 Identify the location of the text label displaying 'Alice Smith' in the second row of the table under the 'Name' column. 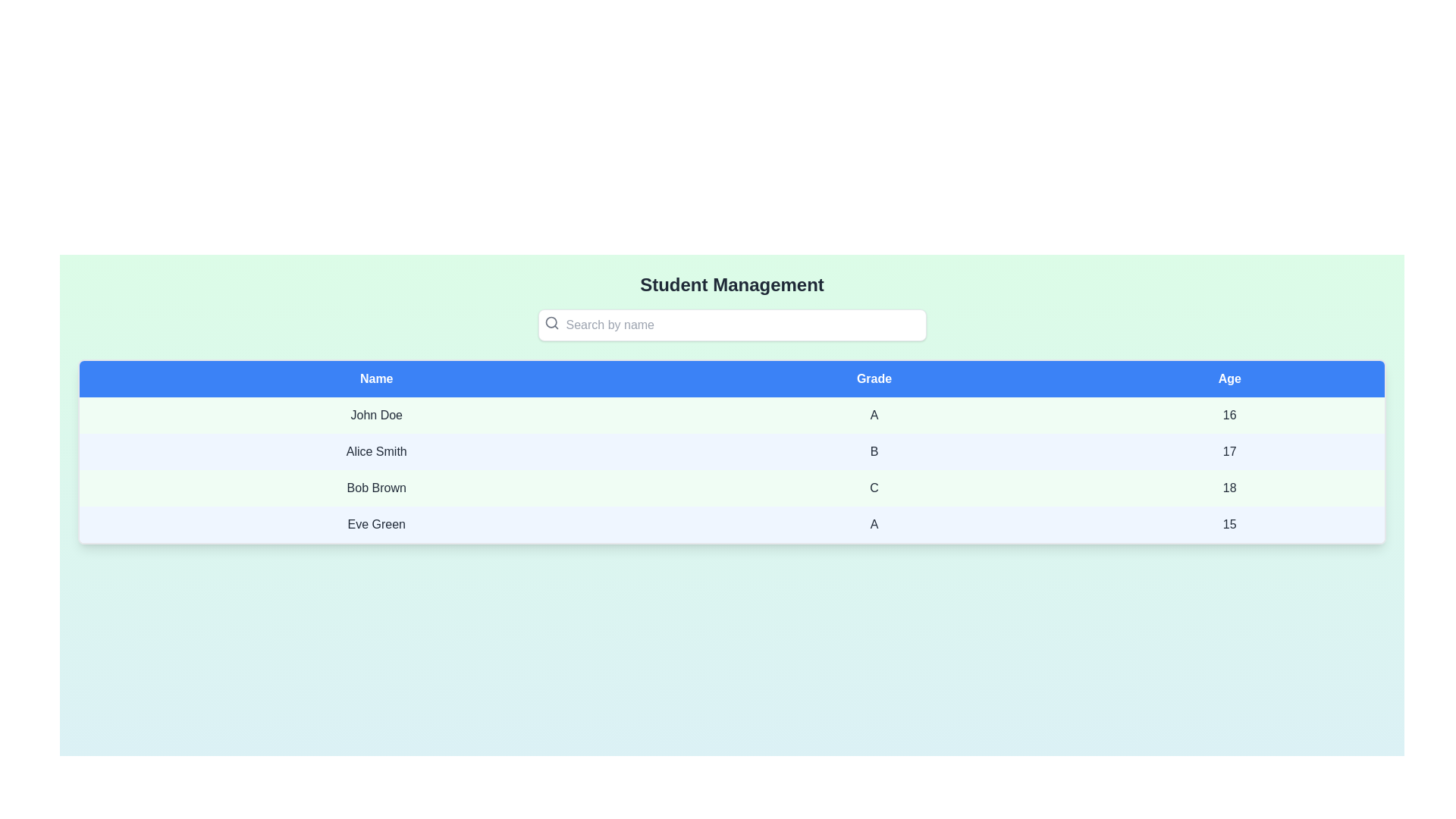
(376, 451).